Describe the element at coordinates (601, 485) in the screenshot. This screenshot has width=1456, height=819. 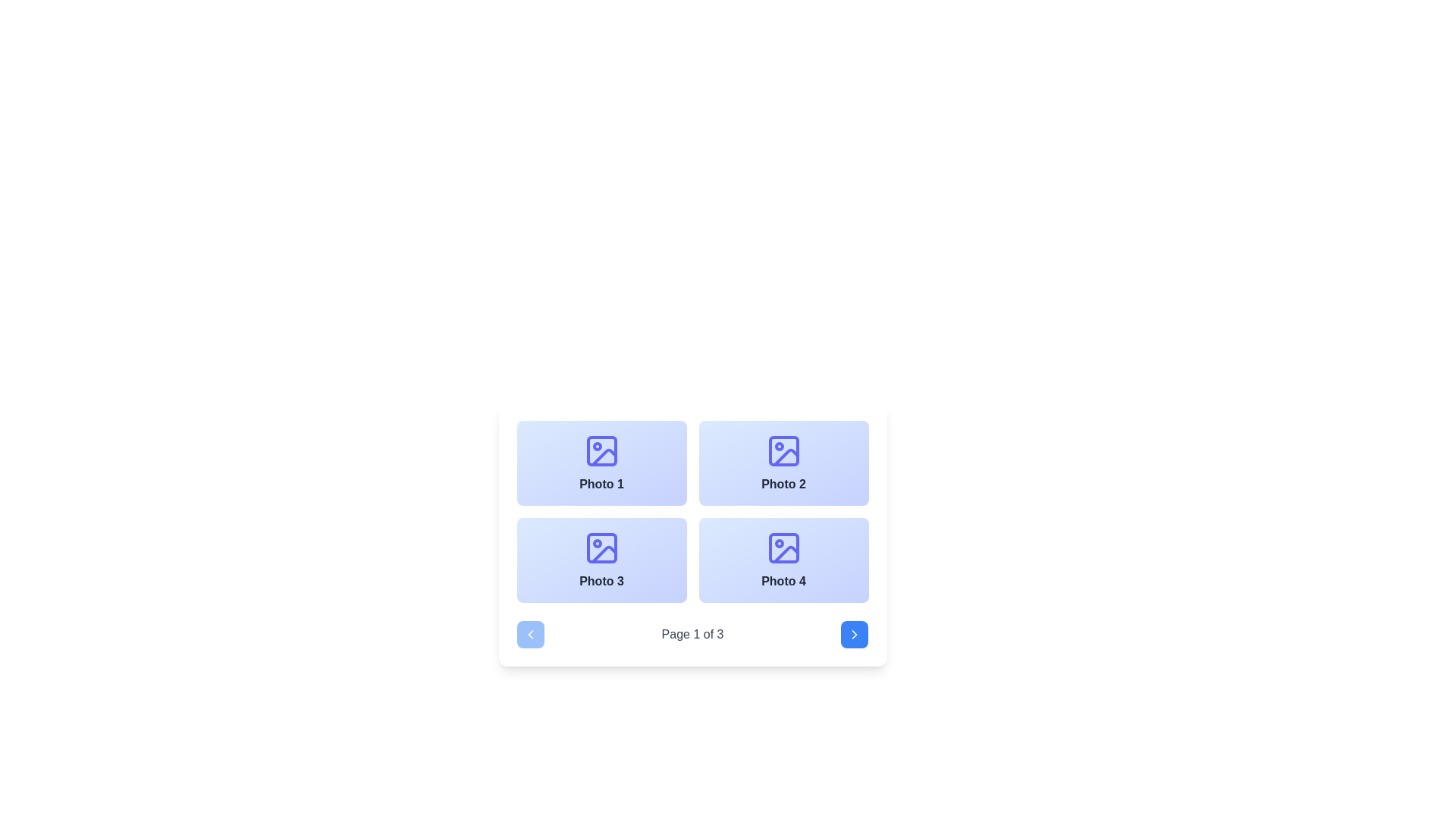
I see `the text label that serves as a title for the associated image in the top-left card of the grid layout` at that location.